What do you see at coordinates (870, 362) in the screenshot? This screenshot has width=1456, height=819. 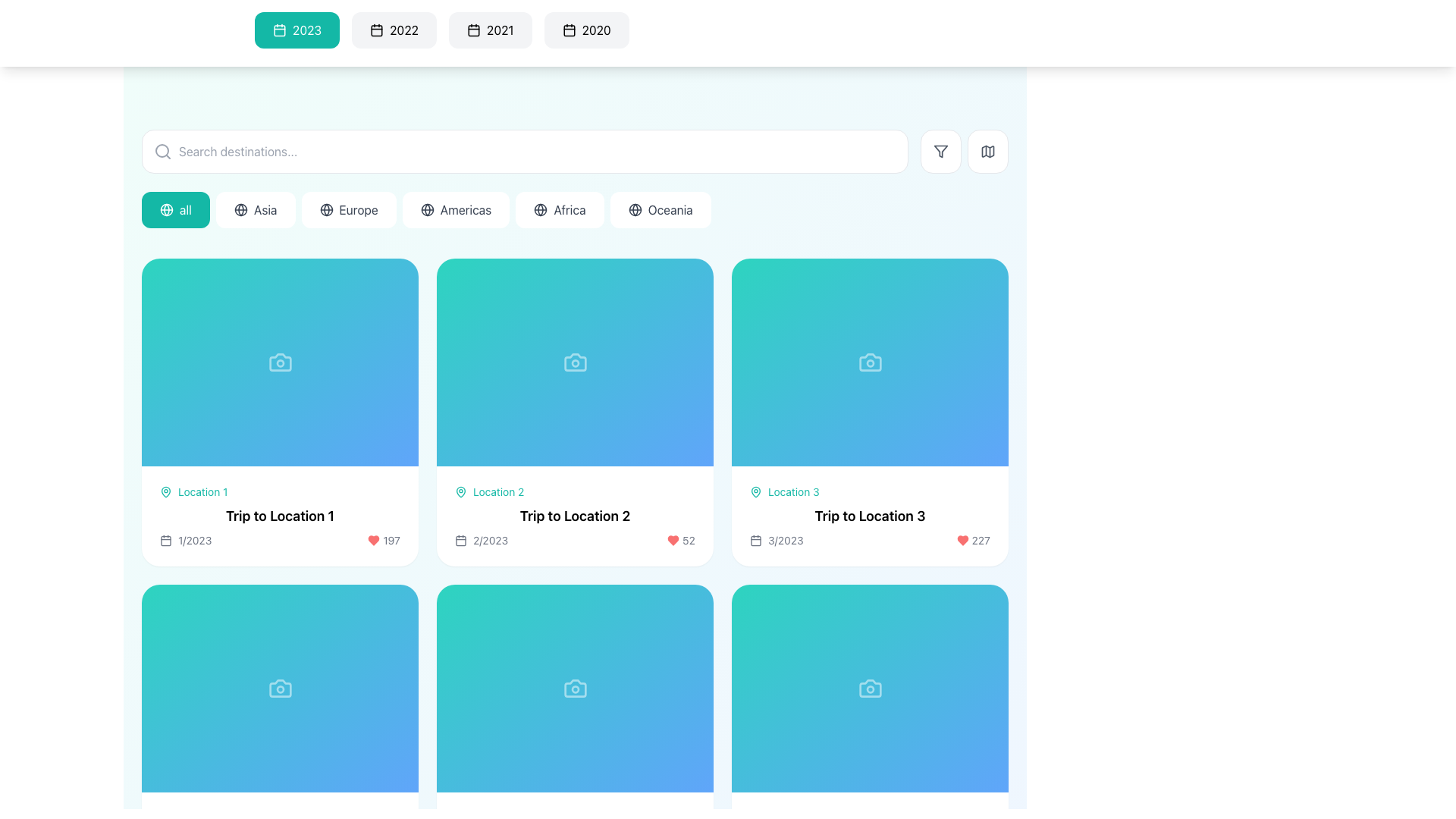 I see `the upload icon located at the top section of the card labeled 'Trip to Location 3', which indicates an upload or media-related feature` at bounding box center [870, 362].